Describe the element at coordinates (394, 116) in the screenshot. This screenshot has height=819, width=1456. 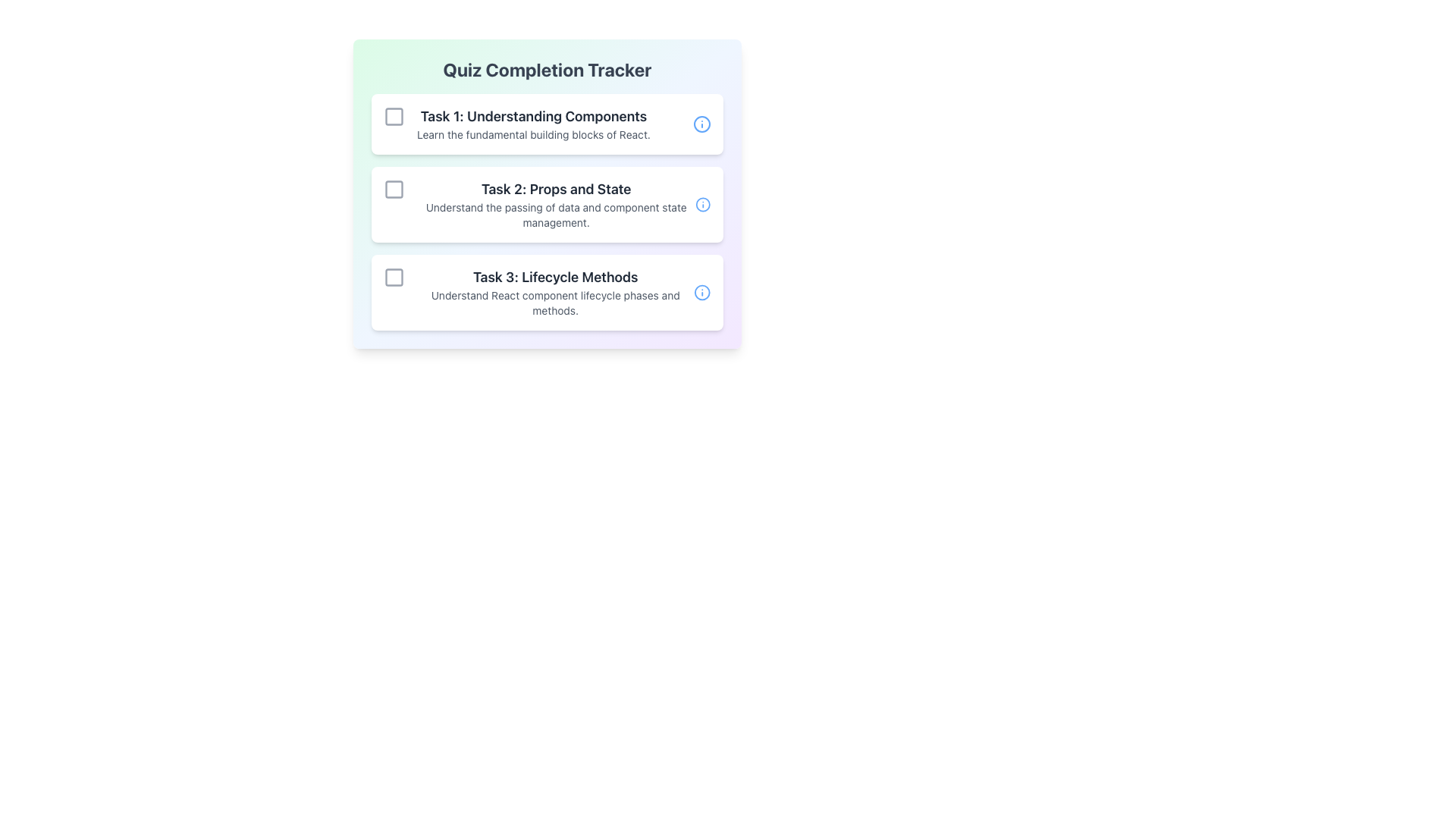
I see `the checkbox located to the left of 'Task 1: Understanding Components'` at that location.